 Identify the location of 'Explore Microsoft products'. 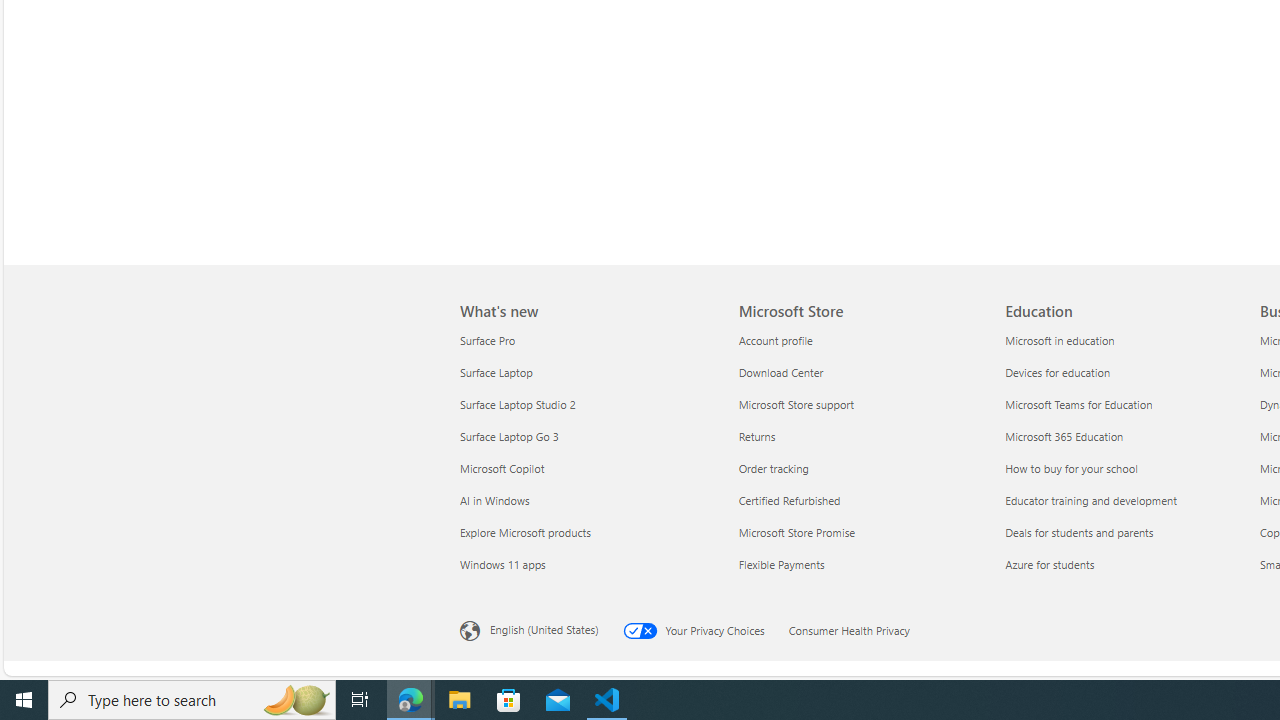
(586, 531).